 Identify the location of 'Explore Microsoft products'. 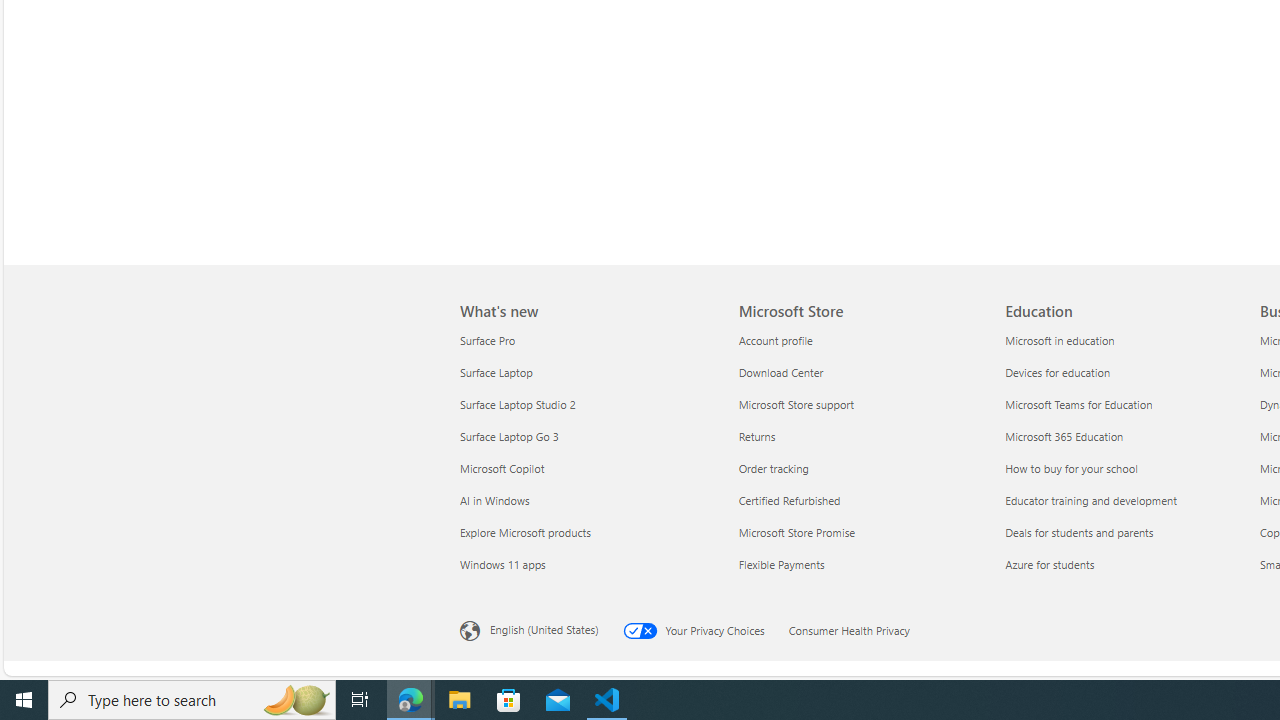
(586, 531).